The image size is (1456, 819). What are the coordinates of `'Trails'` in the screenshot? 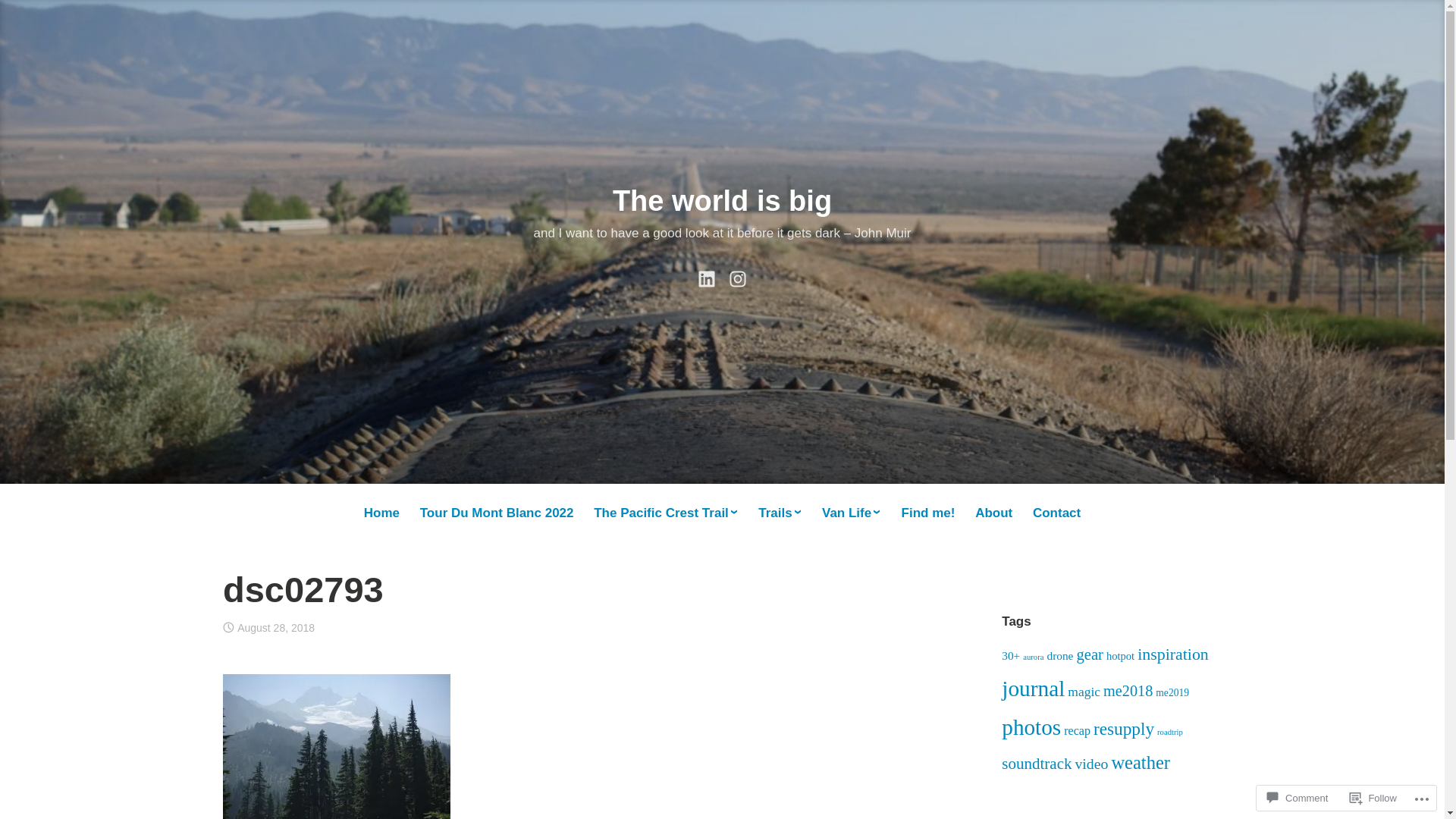 It's located at (780, 513).